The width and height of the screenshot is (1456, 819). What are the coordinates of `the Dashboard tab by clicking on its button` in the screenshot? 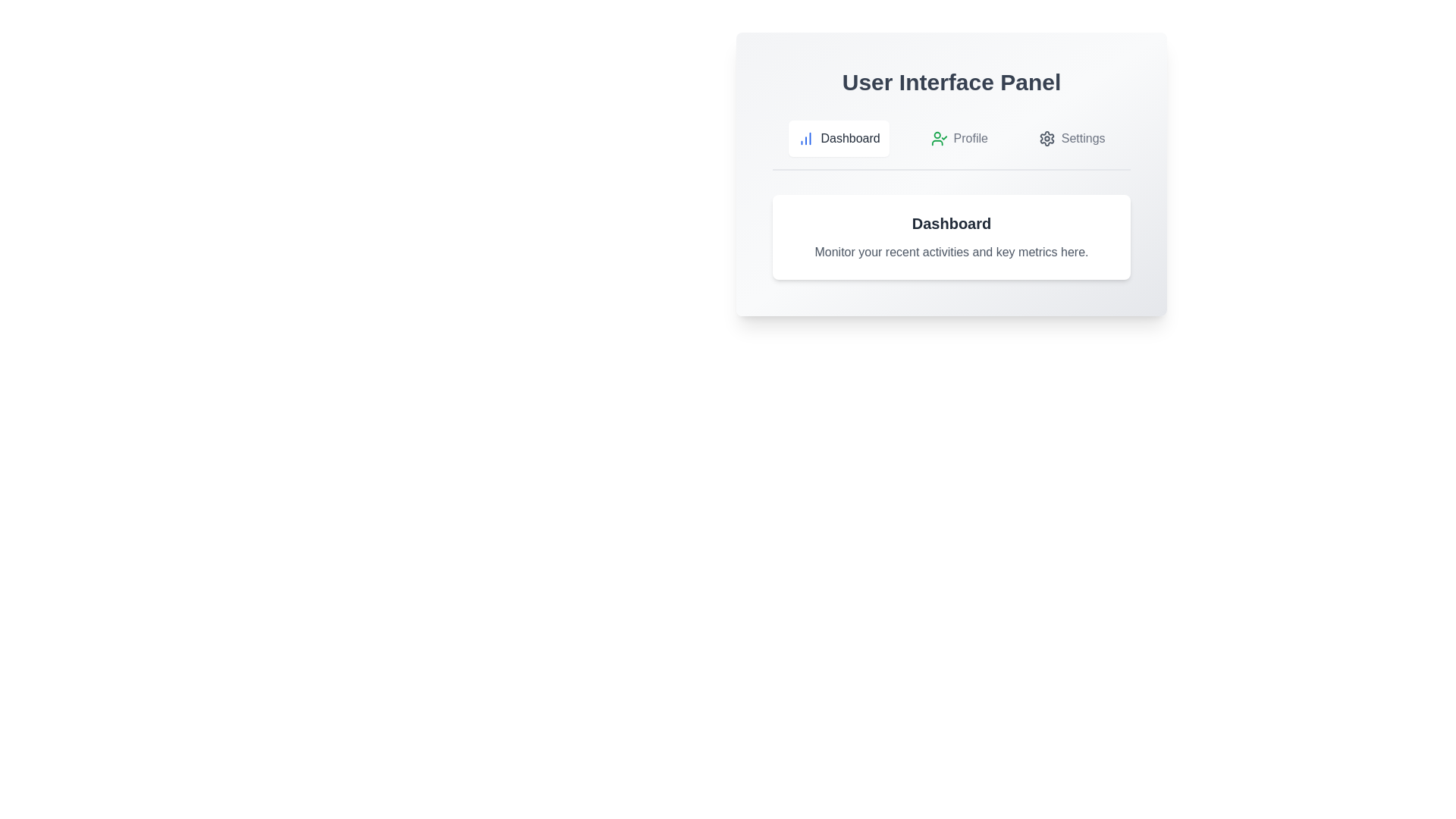 It's located at (838, 138).